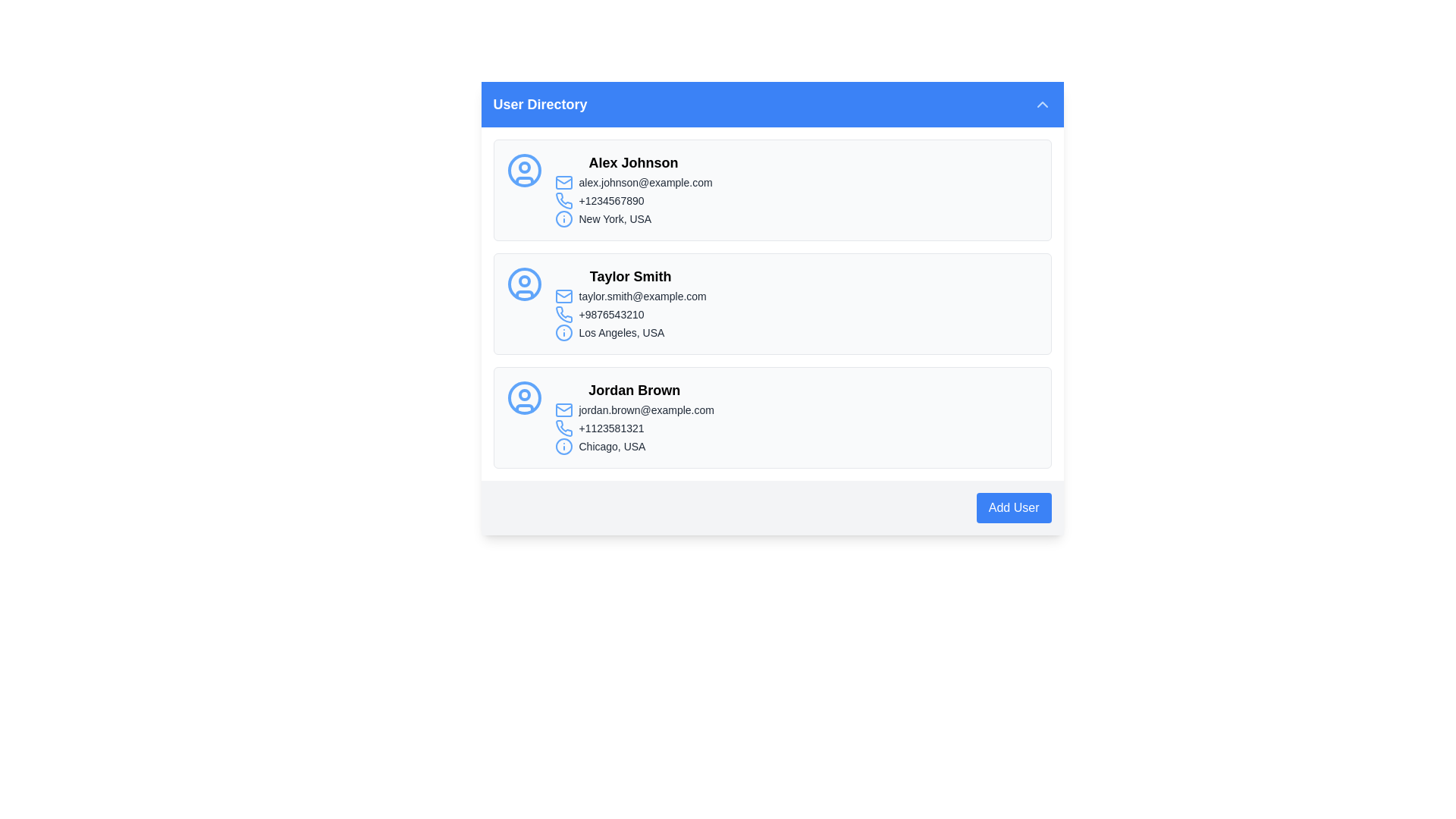 This screenshot has height=819, width=1456. What do you see at coordinates (563, 296) in the screenshot?
I see `the blue mail icon located to the left of the email address 'taylor.smith@example.com' in the contact card for Taylor Smith` at bounding box center [563, 296].